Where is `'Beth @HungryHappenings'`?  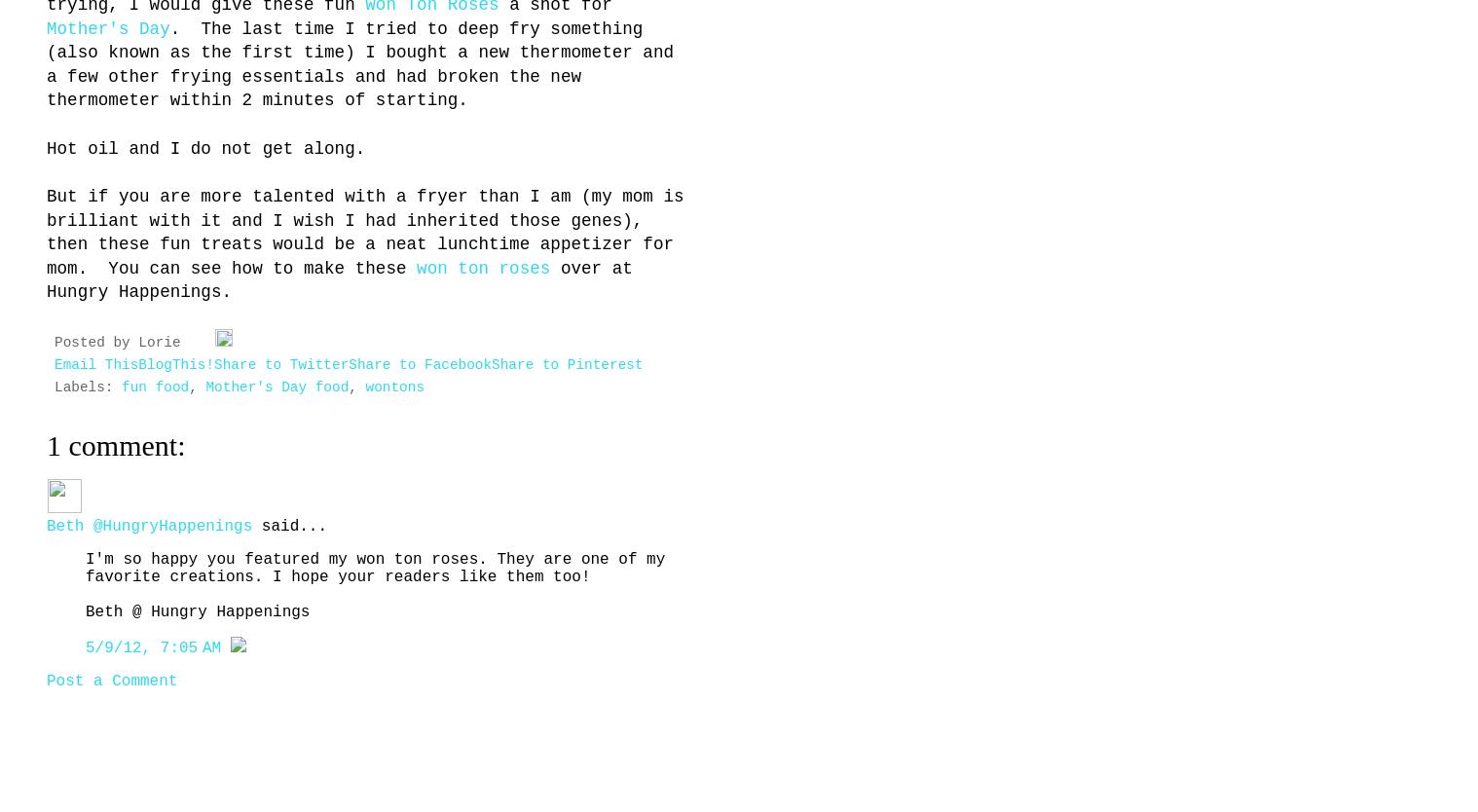
'Beth @HungryHappenings' is located at coordinates (149, 526).